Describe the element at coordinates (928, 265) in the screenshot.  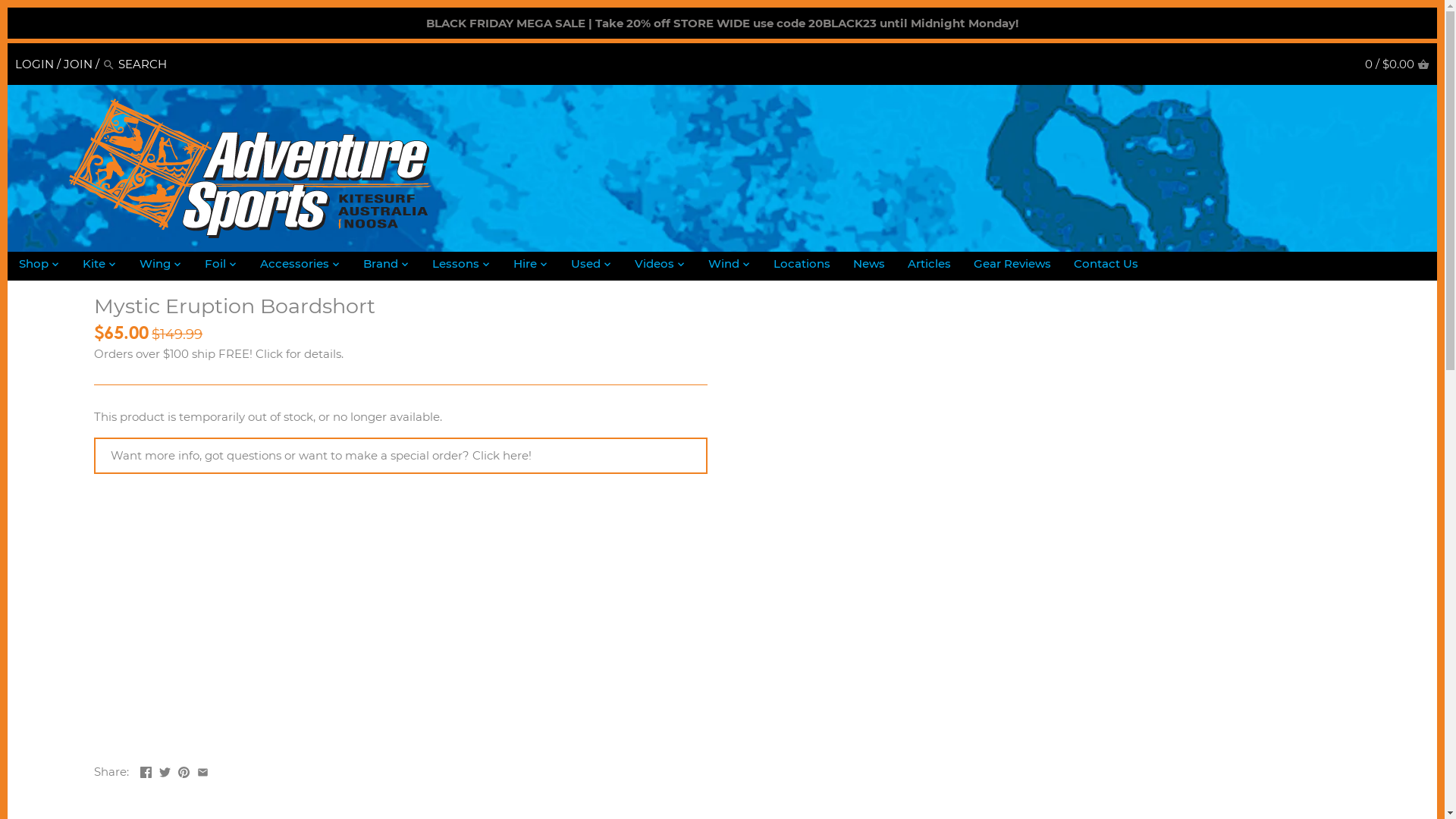
I see `'Articles'` at that location.